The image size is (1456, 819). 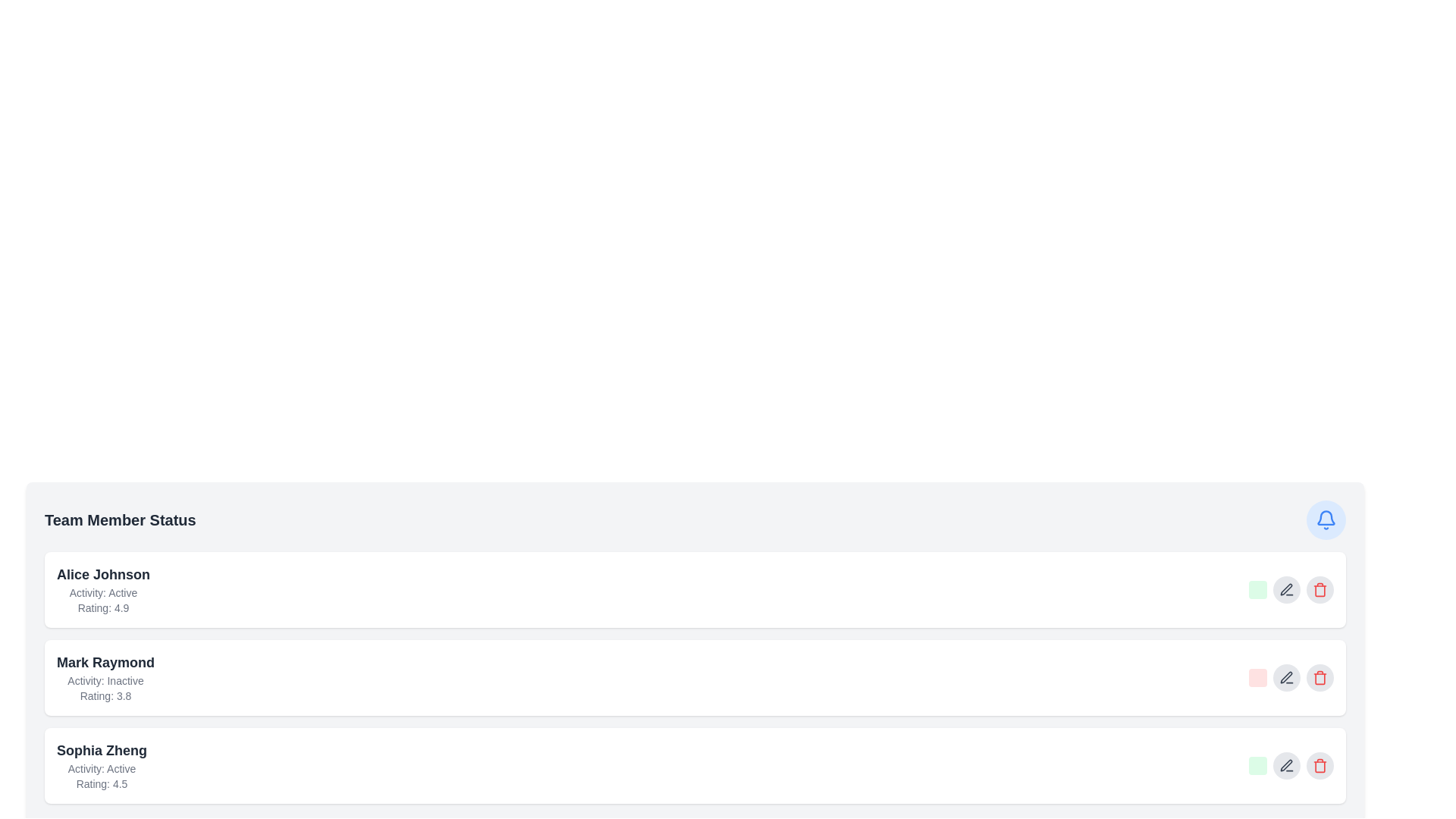 What do you see at coordinates (1325, 517) in the screenshot?
I see `the prominent blue bell-shaped icon with a hollow center` at bounding box center [1325, 517].